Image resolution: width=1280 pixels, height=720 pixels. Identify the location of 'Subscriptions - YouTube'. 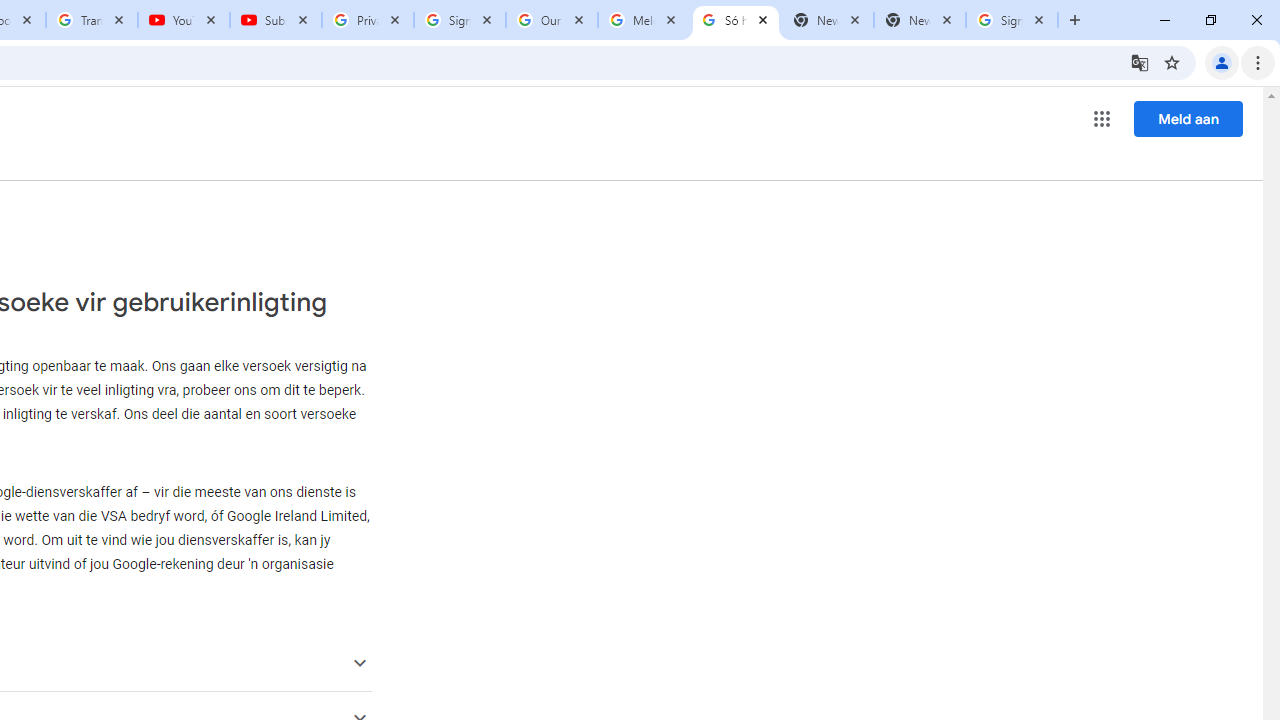
(275, 20).